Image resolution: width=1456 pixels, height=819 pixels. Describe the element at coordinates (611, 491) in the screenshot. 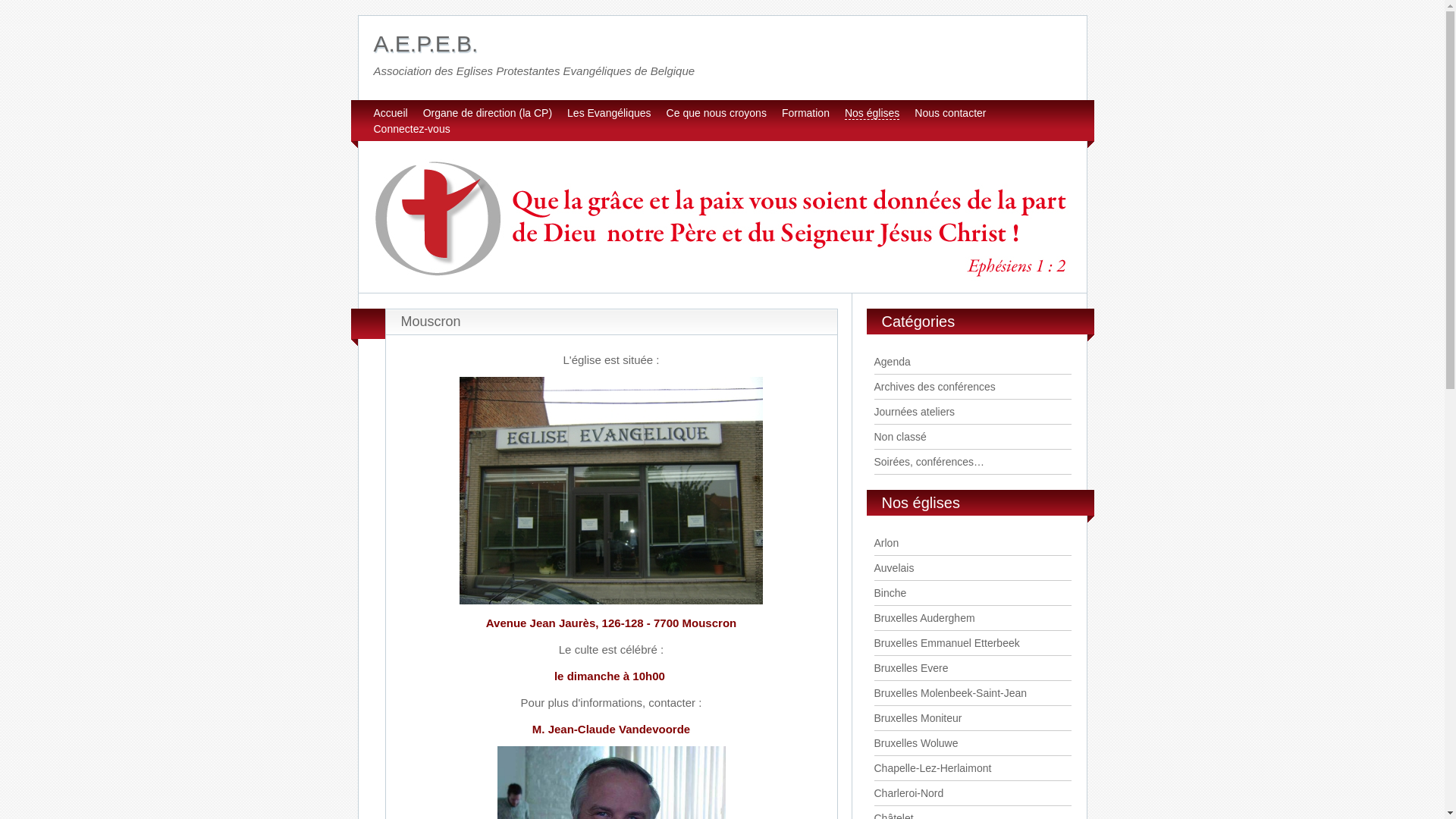

I see `'mouscron'` at that location.